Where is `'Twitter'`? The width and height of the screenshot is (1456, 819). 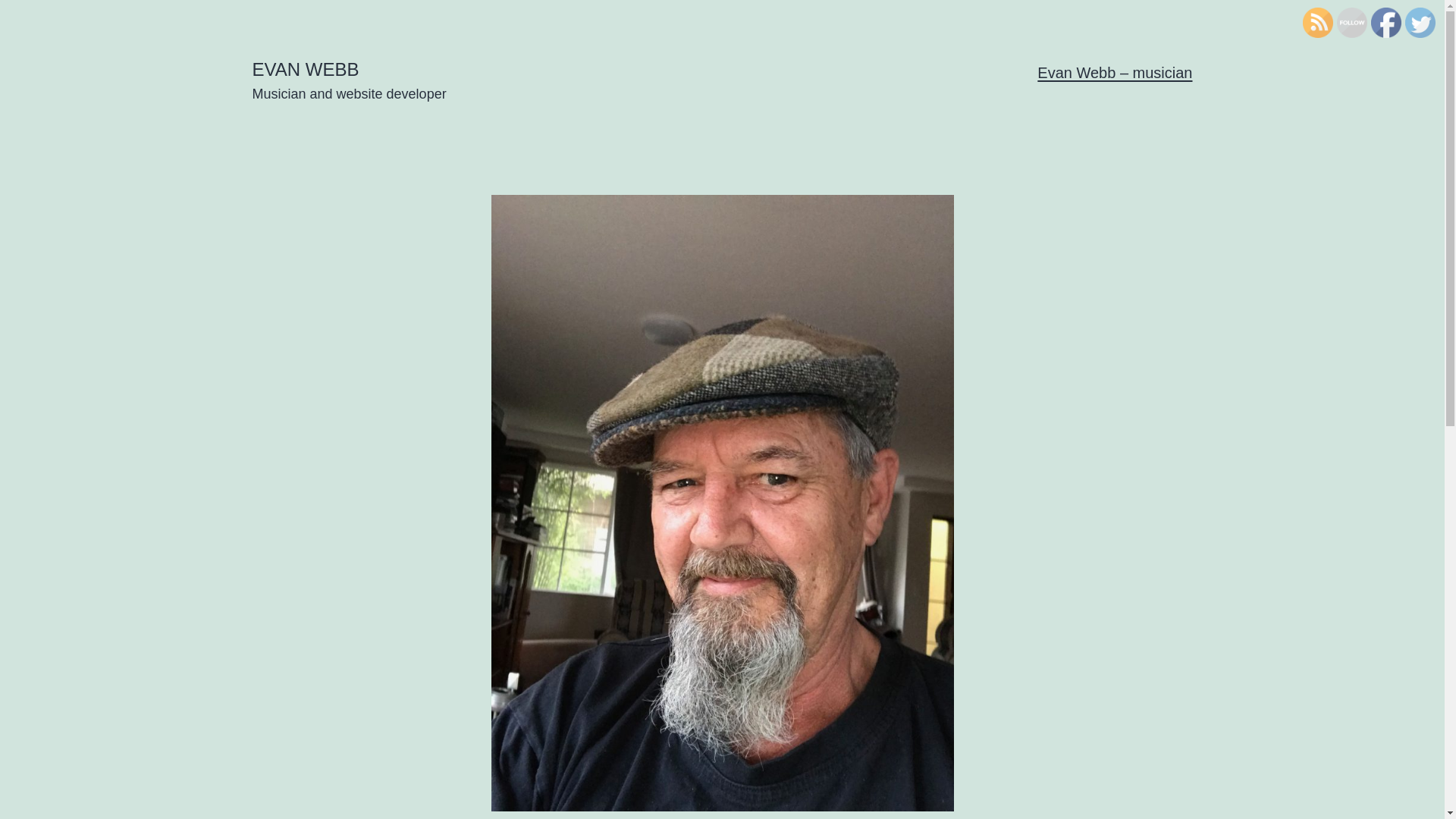 'Twitter' is located at coordinates (1419, 23).